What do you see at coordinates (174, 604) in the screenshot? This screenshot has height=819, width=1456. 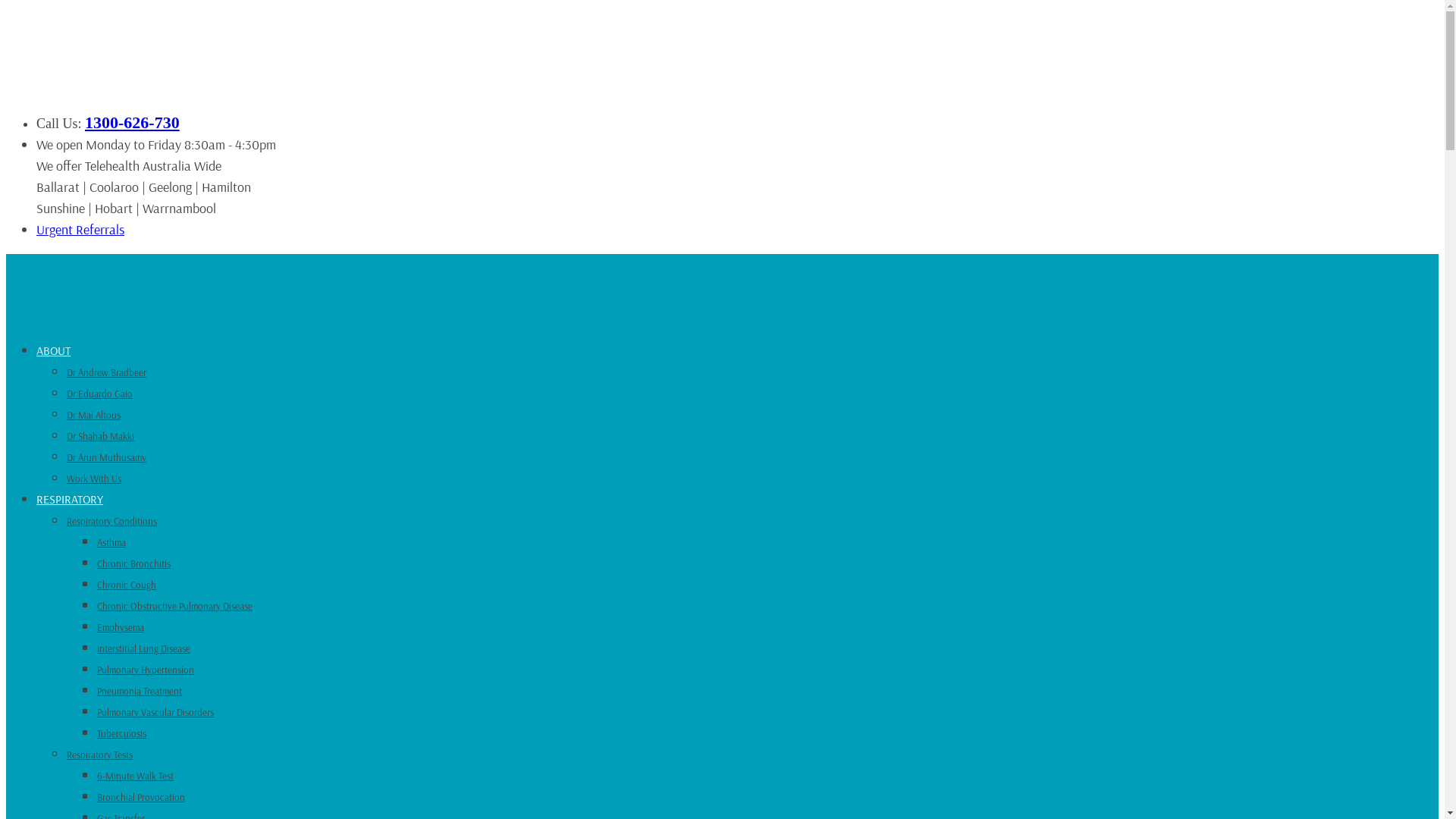 I see `'Chronic Obstructive Pulmonary Disease'` at bounding box center [174, 604].